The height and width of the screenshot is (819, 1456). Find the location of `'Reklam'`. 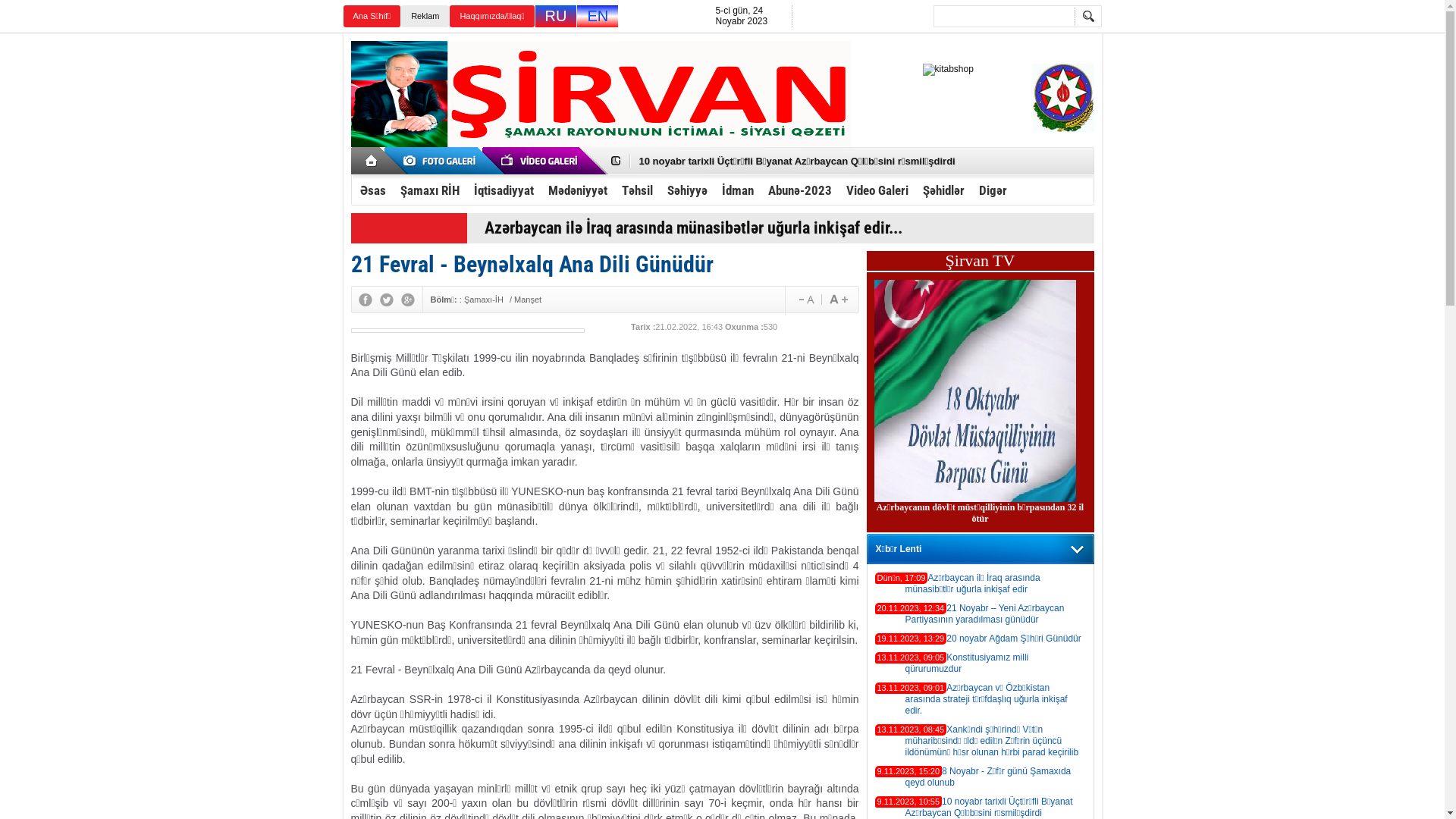

'Reklam' is located at coordinates (425, 16).